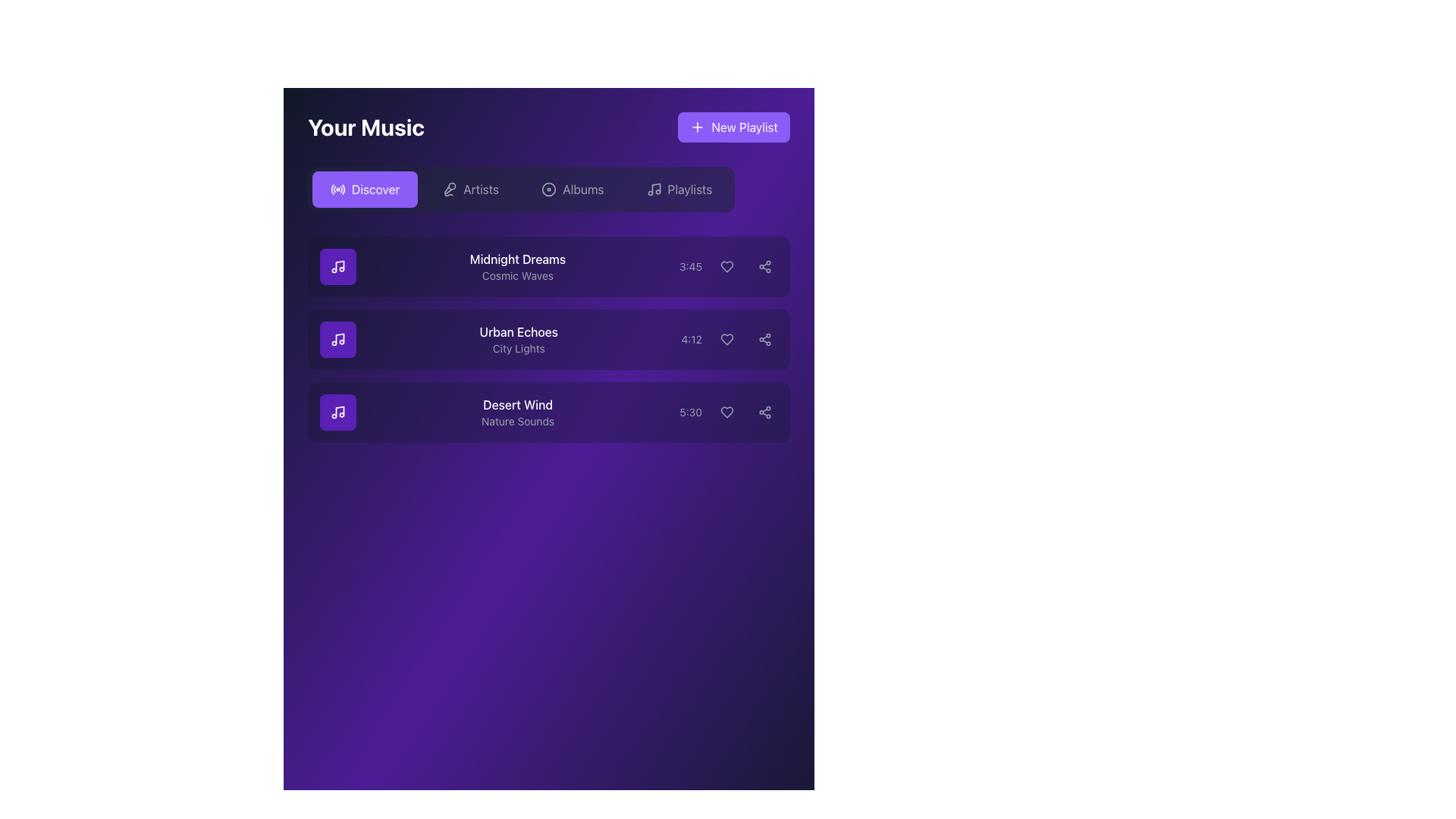 This screenshot has width=1456, height=819. Describe the element at coordinates (689, 189) in the screenshot. I see `the 'Playlists' text label in the navigation bar` at that location.